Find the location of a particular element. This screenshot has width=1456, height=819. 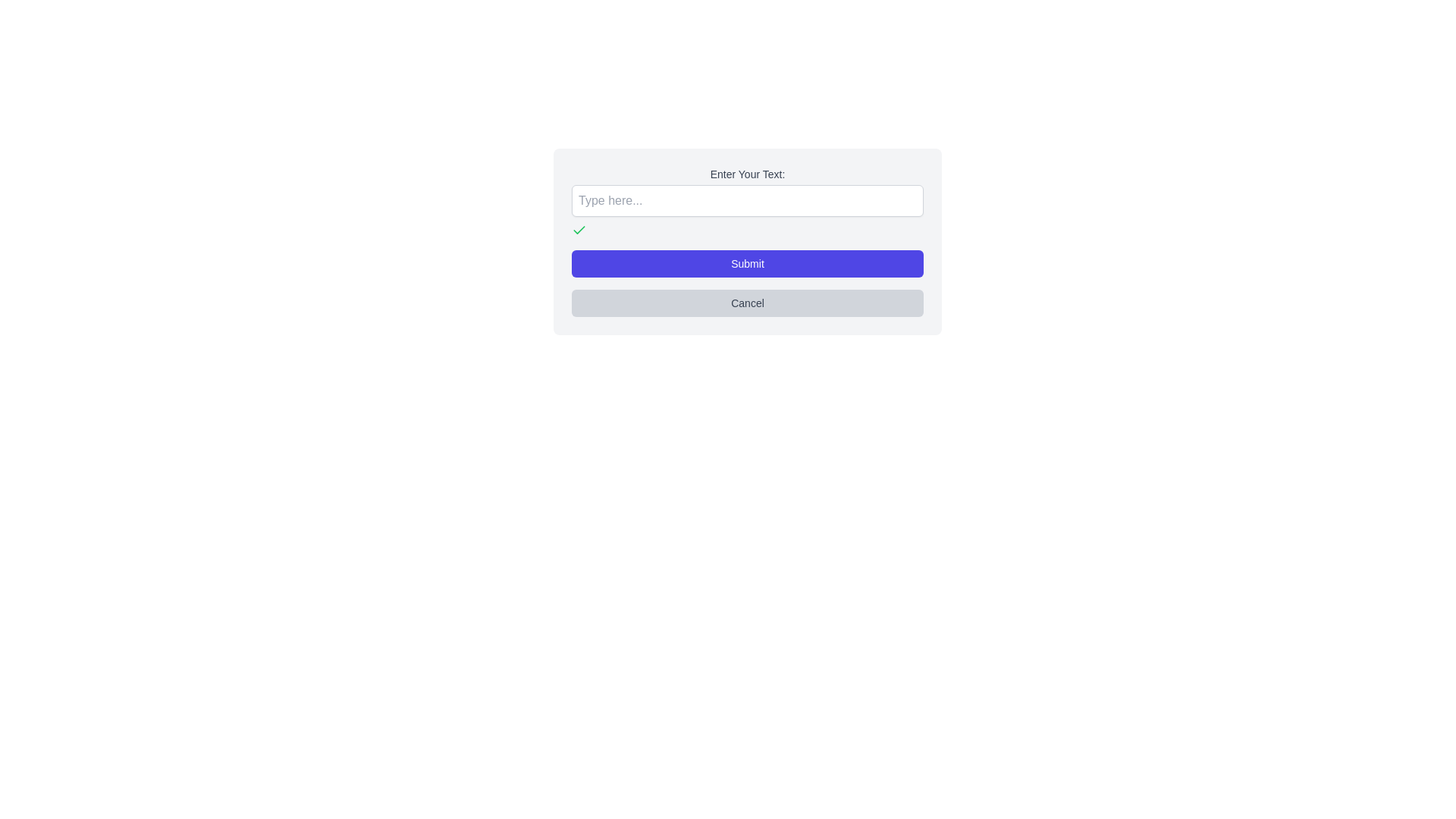

the 'Cancel' button located at the bottom of the vertically stacked group of buttons is located at coordinates (747, 303).